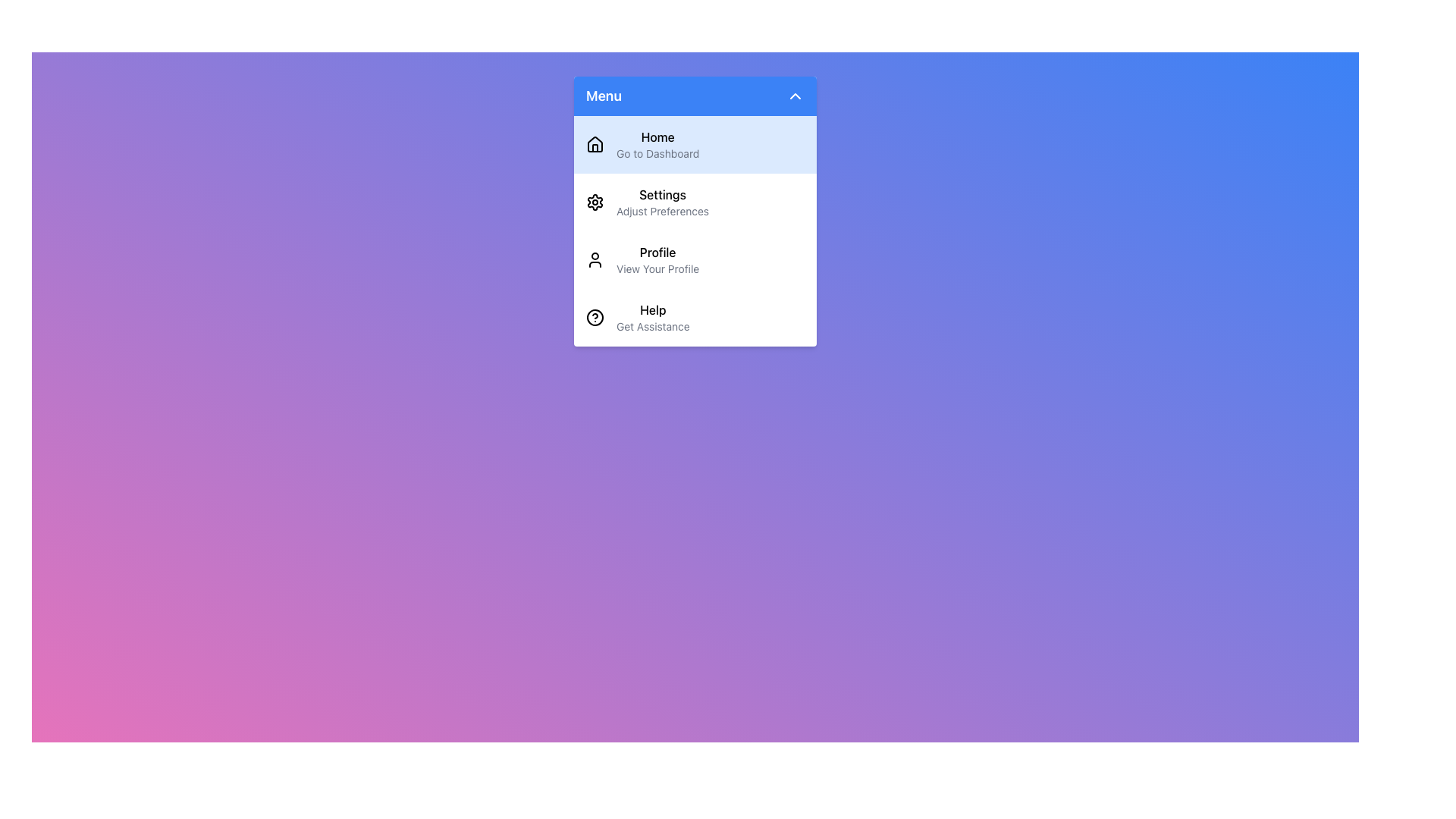 Image resolution: width=1456 pixels, height=819 pixels. What do you see at coordinates (657, 251) in the screenshot?
I see `the 'Profile' text label in the settings menu dropdown, which is positioned above the 'Help' option` at bounding box center [657, 251].